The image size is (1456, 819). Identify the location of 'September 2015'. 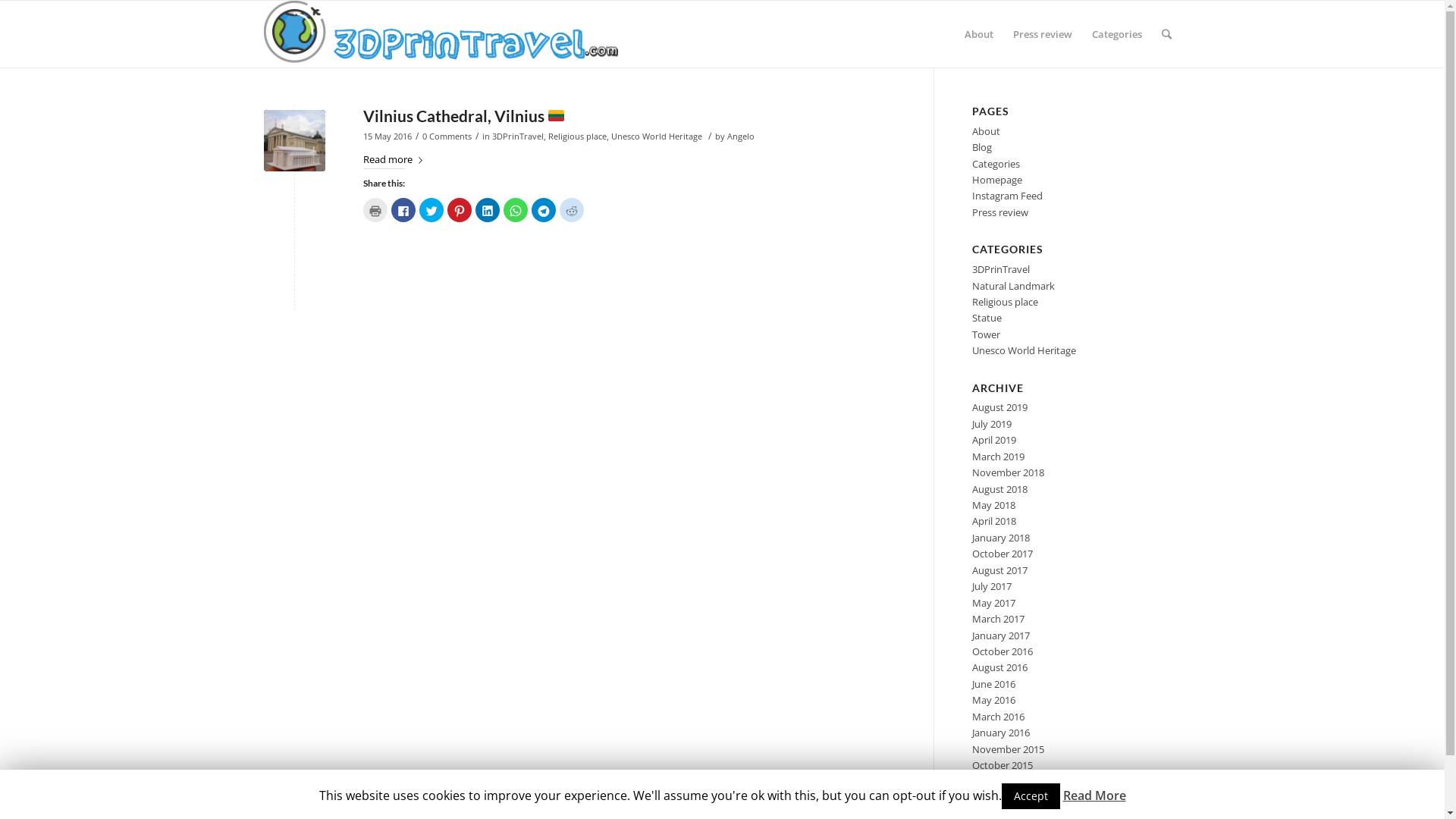
(971, 780).